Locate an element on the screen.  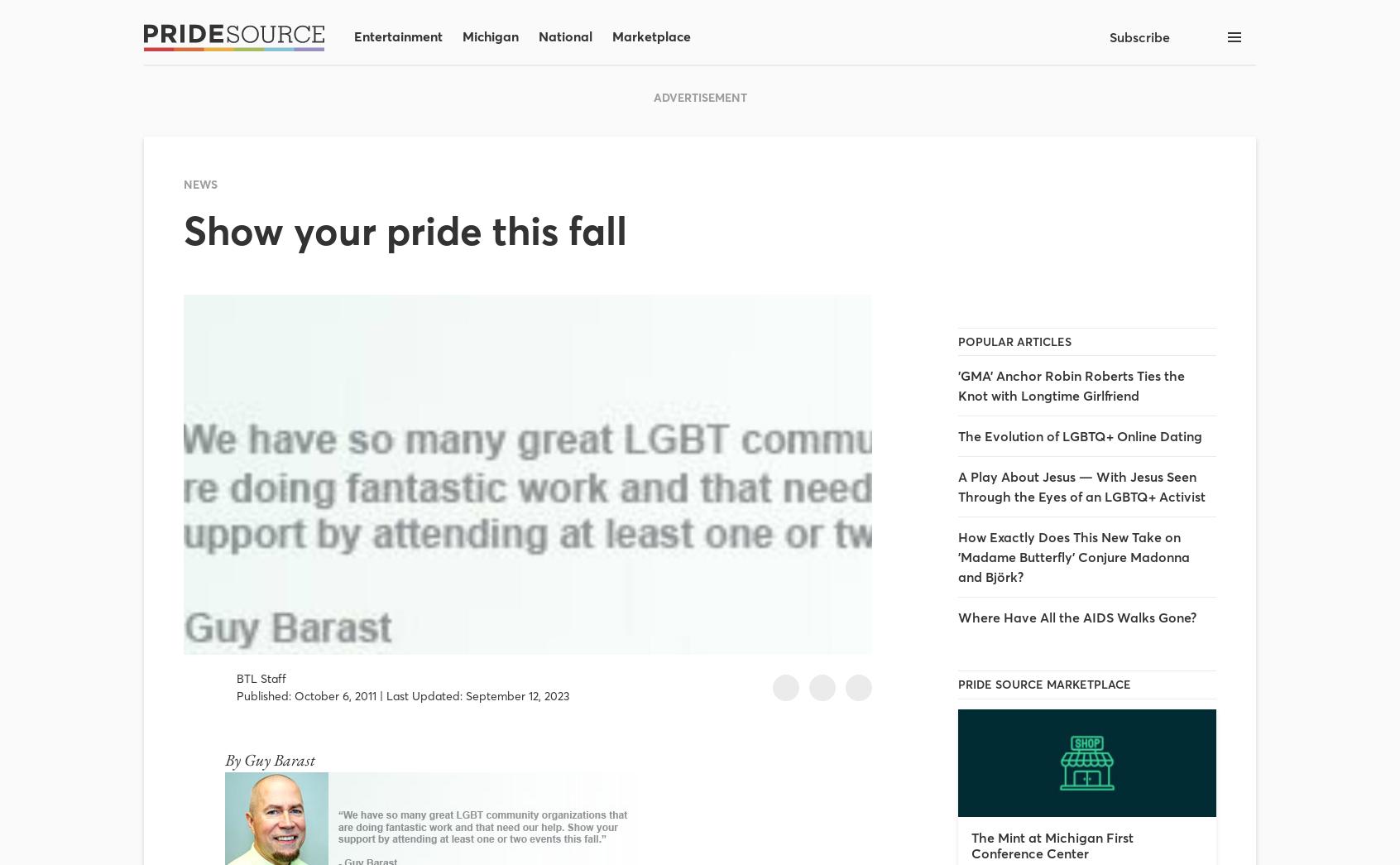
'The rapper-singer has amassed a vocally supportive queer following thanks to his now-private thirst-trap-happy Instagram feed and his outspoken LGBTQ+ allyship.' is located at coordinates (333, 419).